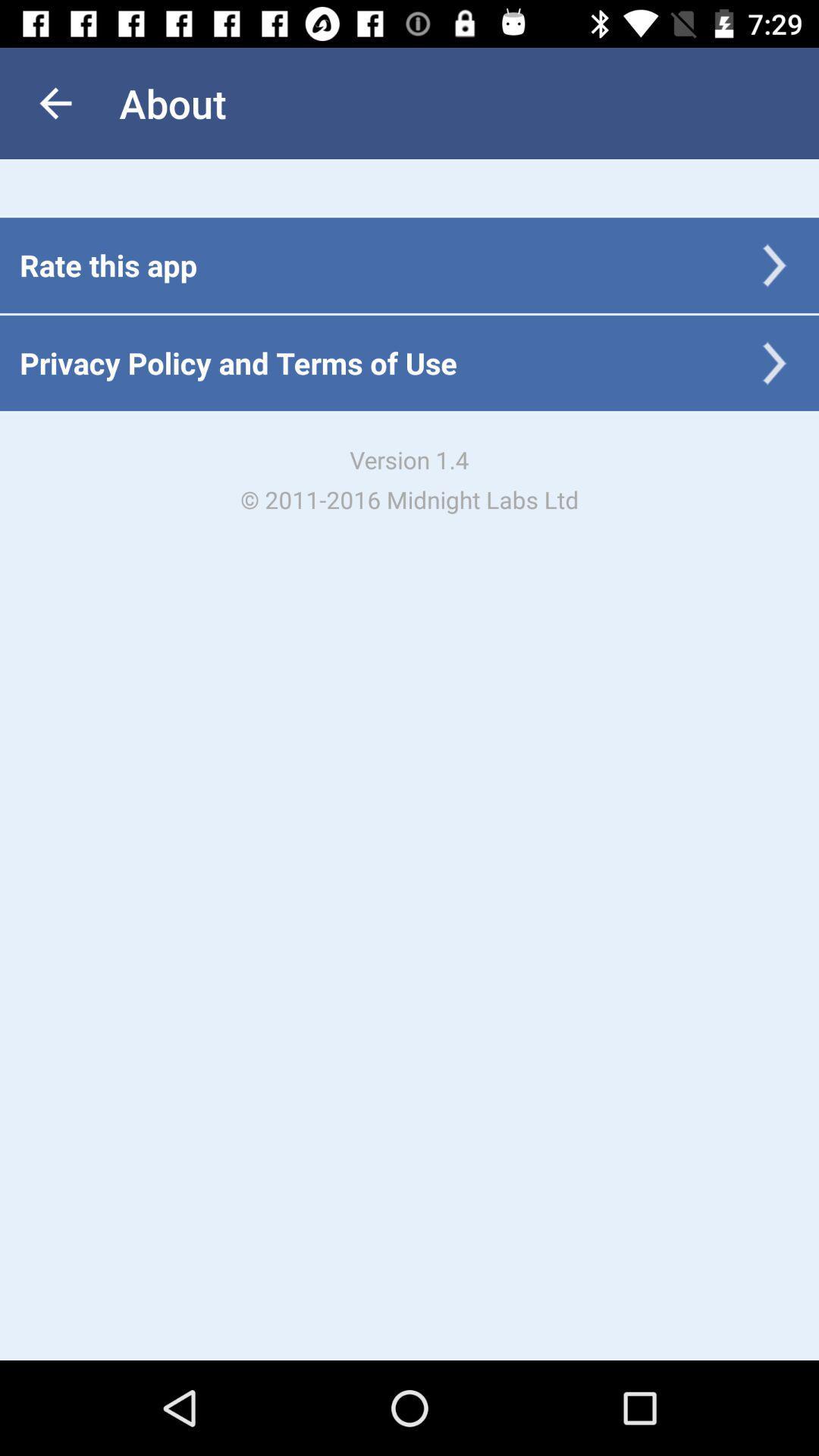 The height and width of the screenshot is (1456, 819). Describe the element at coordinates (108, 265) in the screenshot. I see `the rate this app icon` at that location.